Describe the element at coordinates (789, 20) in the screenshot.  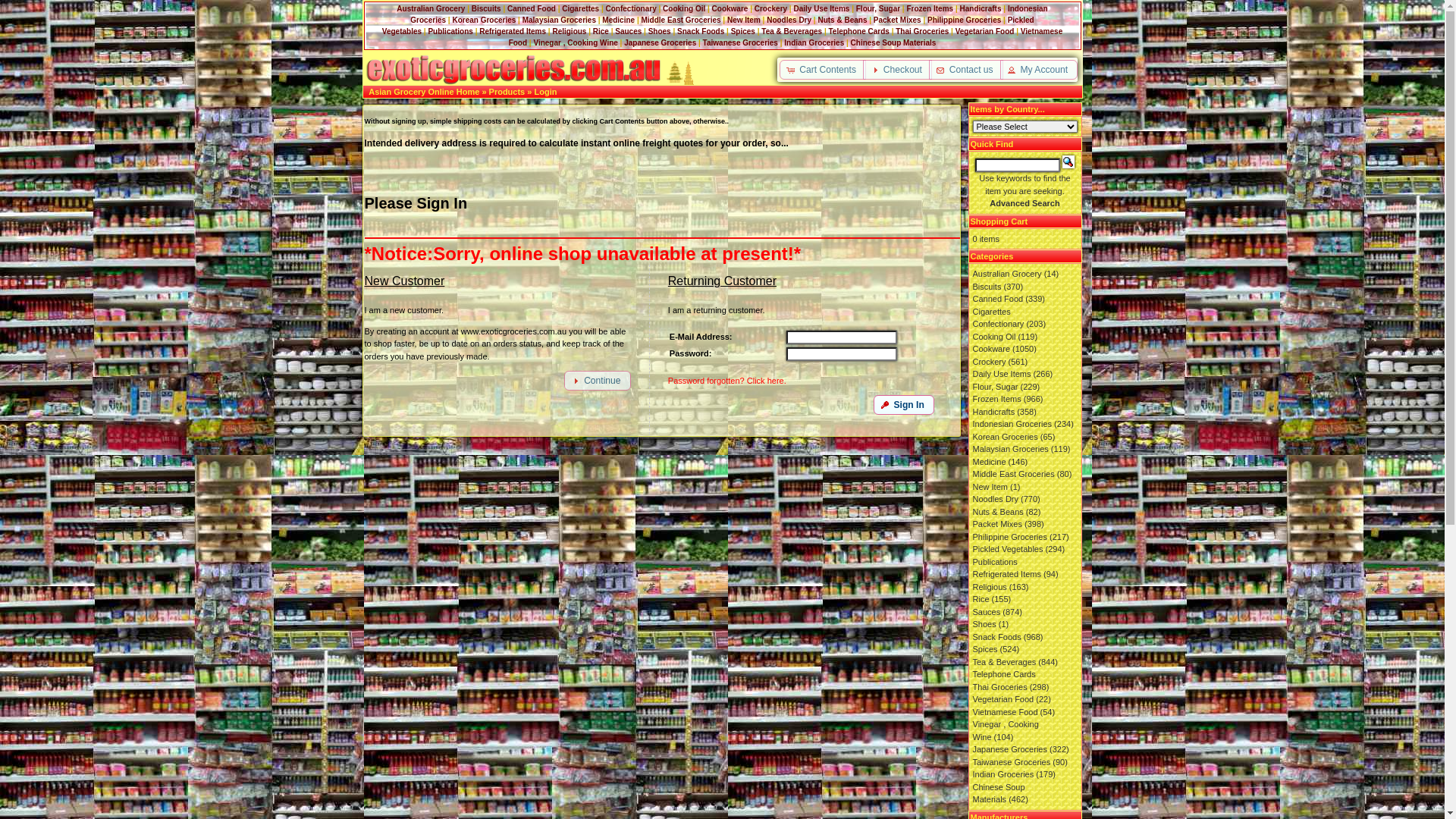
I see `'Noodles Dry'` at that location.